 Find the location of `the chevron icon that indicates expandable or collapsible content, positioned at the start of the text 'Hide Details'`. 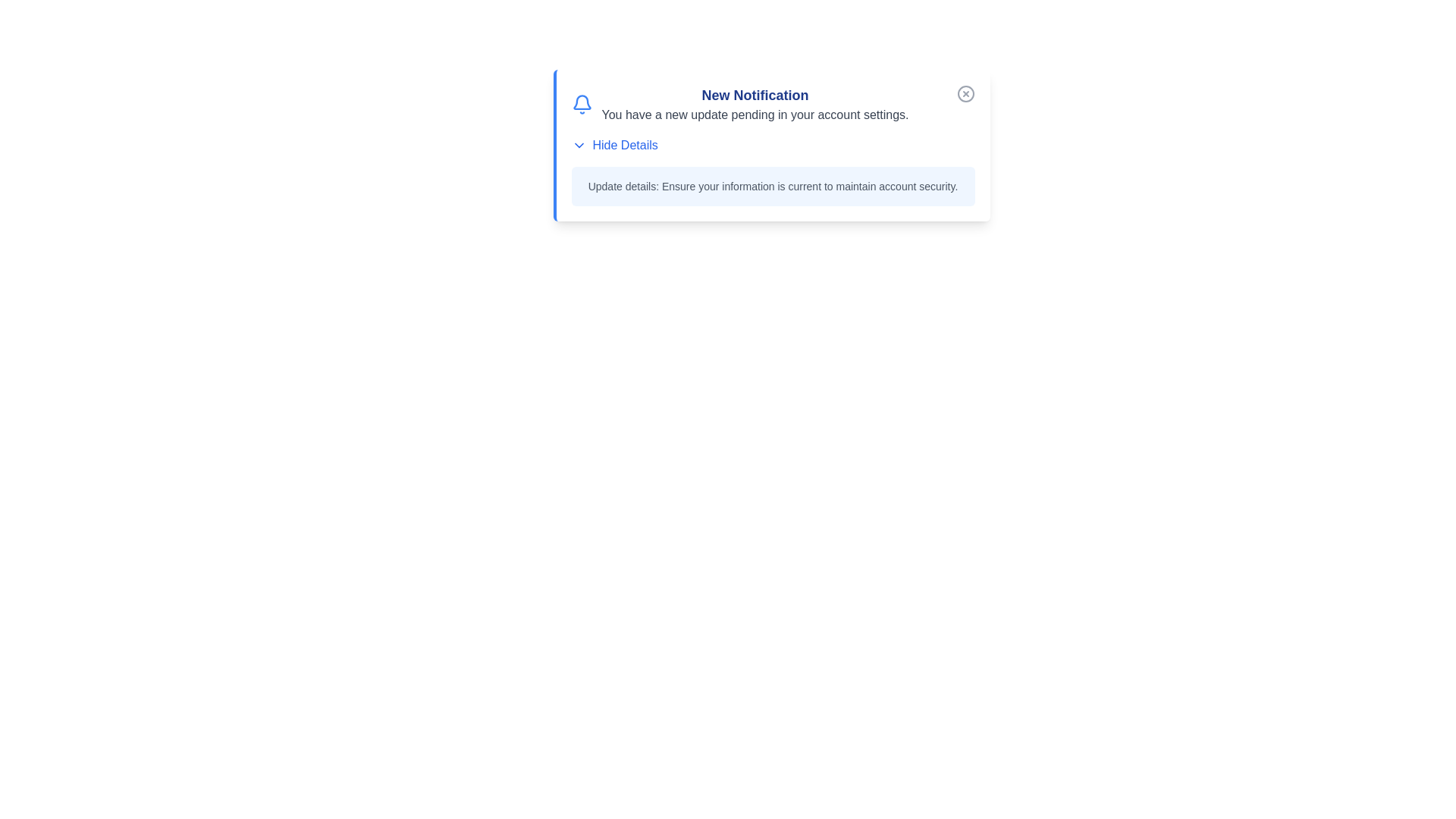

the chevron icon that indicates expandable or collapsible content, positioned at the start of the text 'Hide Details' is located at coordinates (578, 146).